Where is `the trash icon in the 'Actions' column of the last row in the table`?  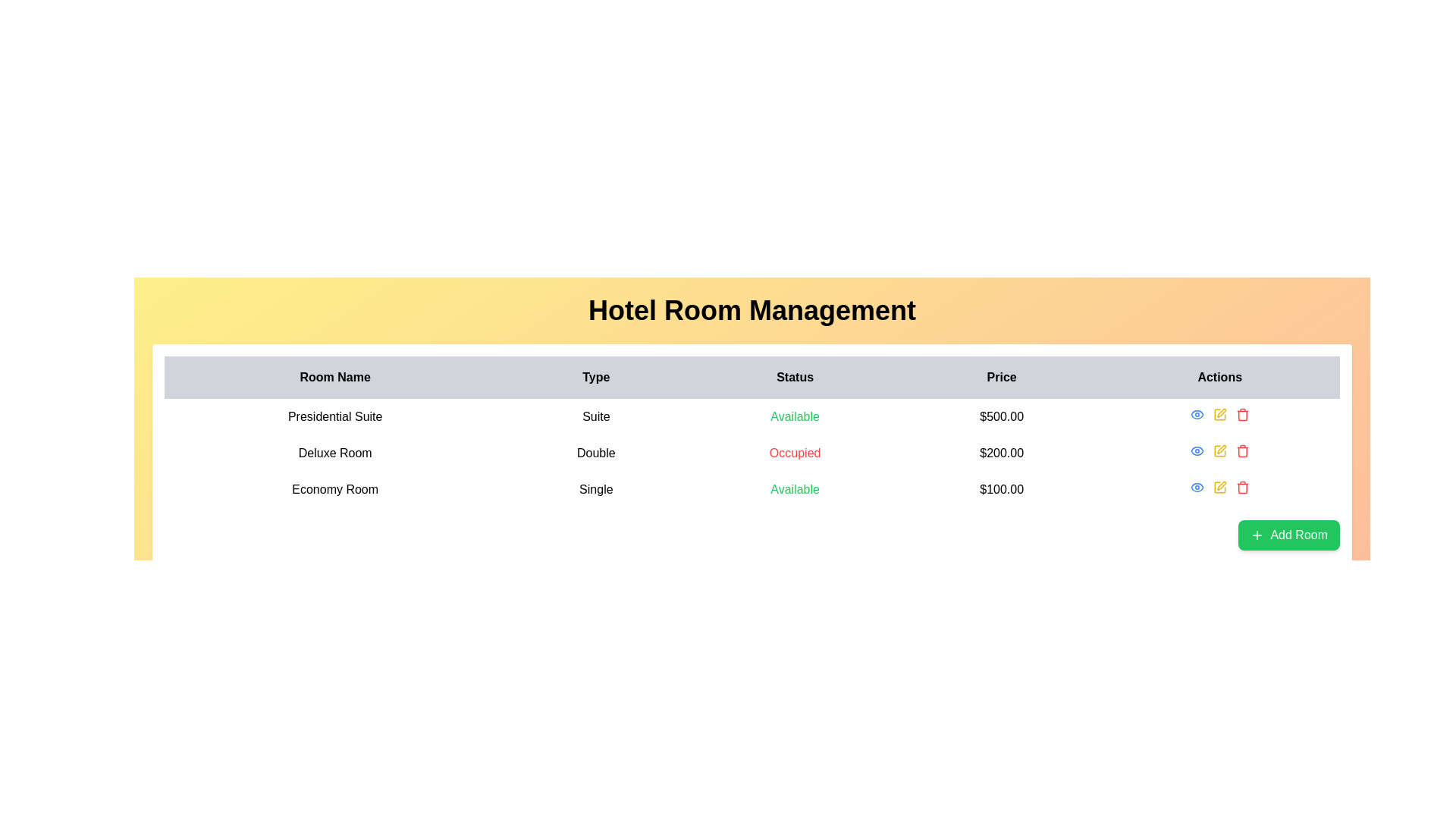
the trash icon in the 'Actions' column of the last row in the table is located at coordinates (1242, 488).